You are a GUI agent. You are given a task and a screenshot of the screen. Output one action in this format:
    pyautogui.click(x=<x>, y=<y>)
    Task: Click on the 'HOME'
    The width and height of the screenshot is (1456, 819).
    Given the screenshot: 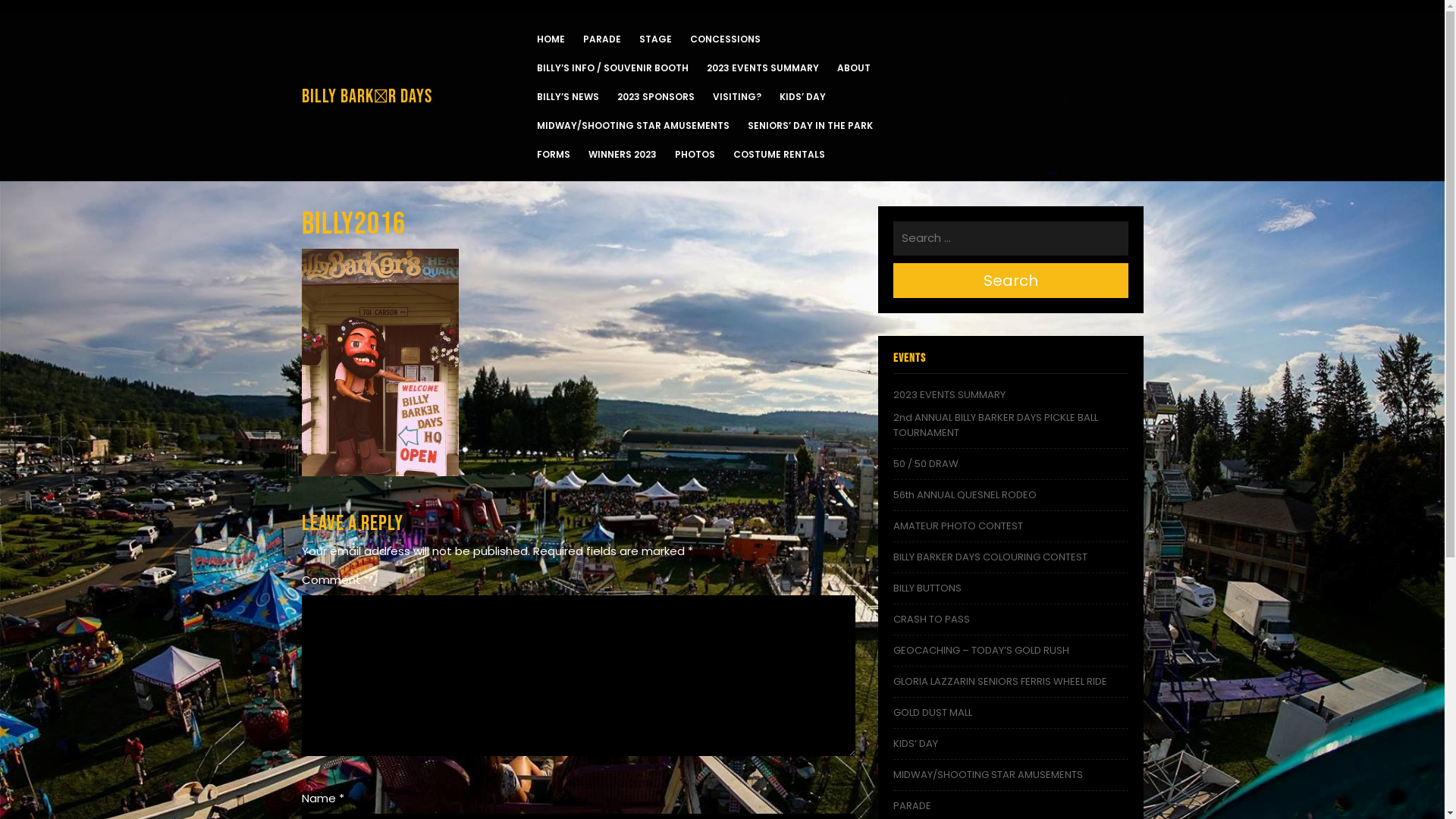 What is the action you would take?
    pyautogui.click(x=550, y=38)
    